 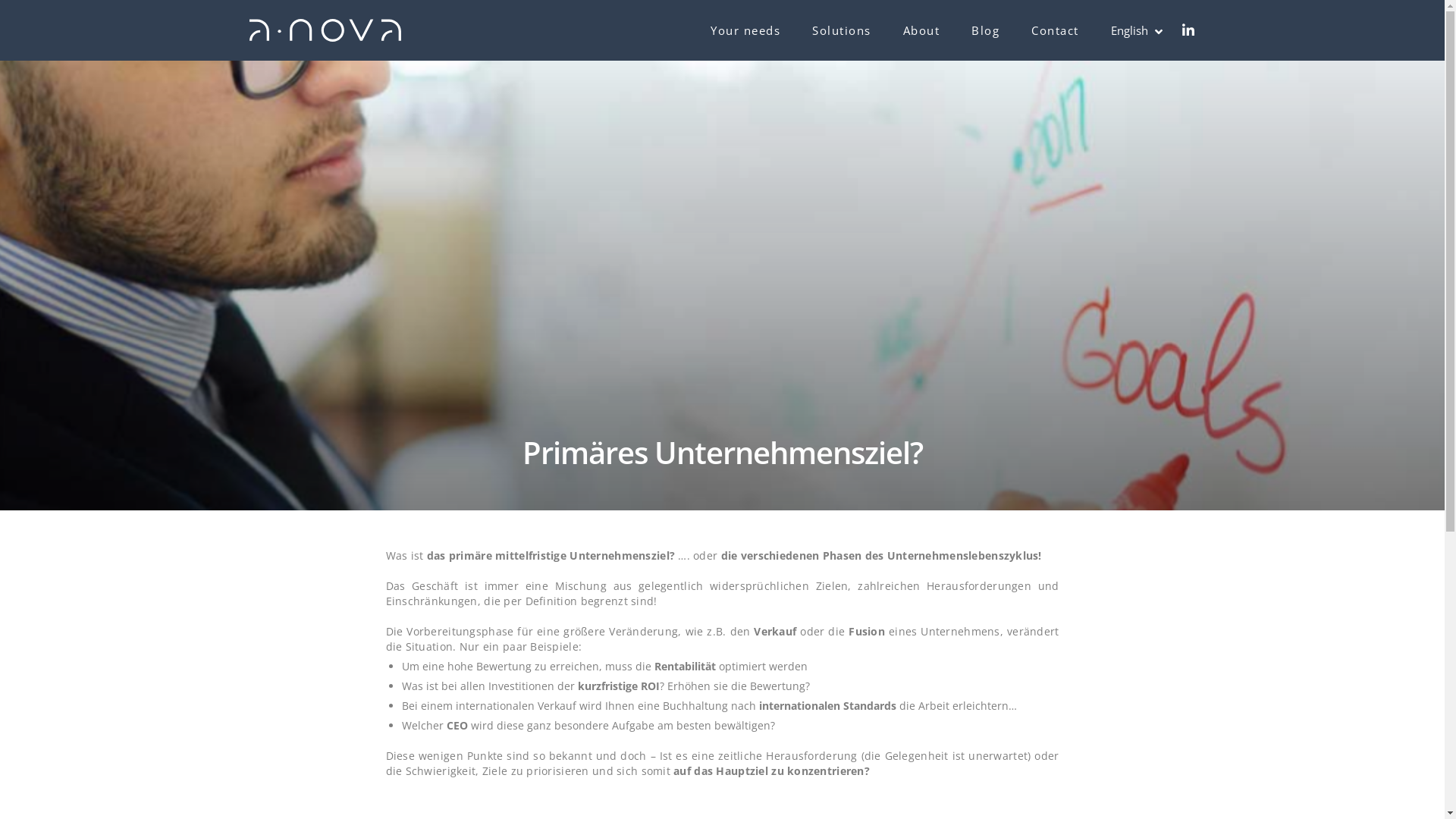 What do you see at coordinates (503, 621) in the screenshot?
I see `'Blog'` at bounding box center [503, 621].